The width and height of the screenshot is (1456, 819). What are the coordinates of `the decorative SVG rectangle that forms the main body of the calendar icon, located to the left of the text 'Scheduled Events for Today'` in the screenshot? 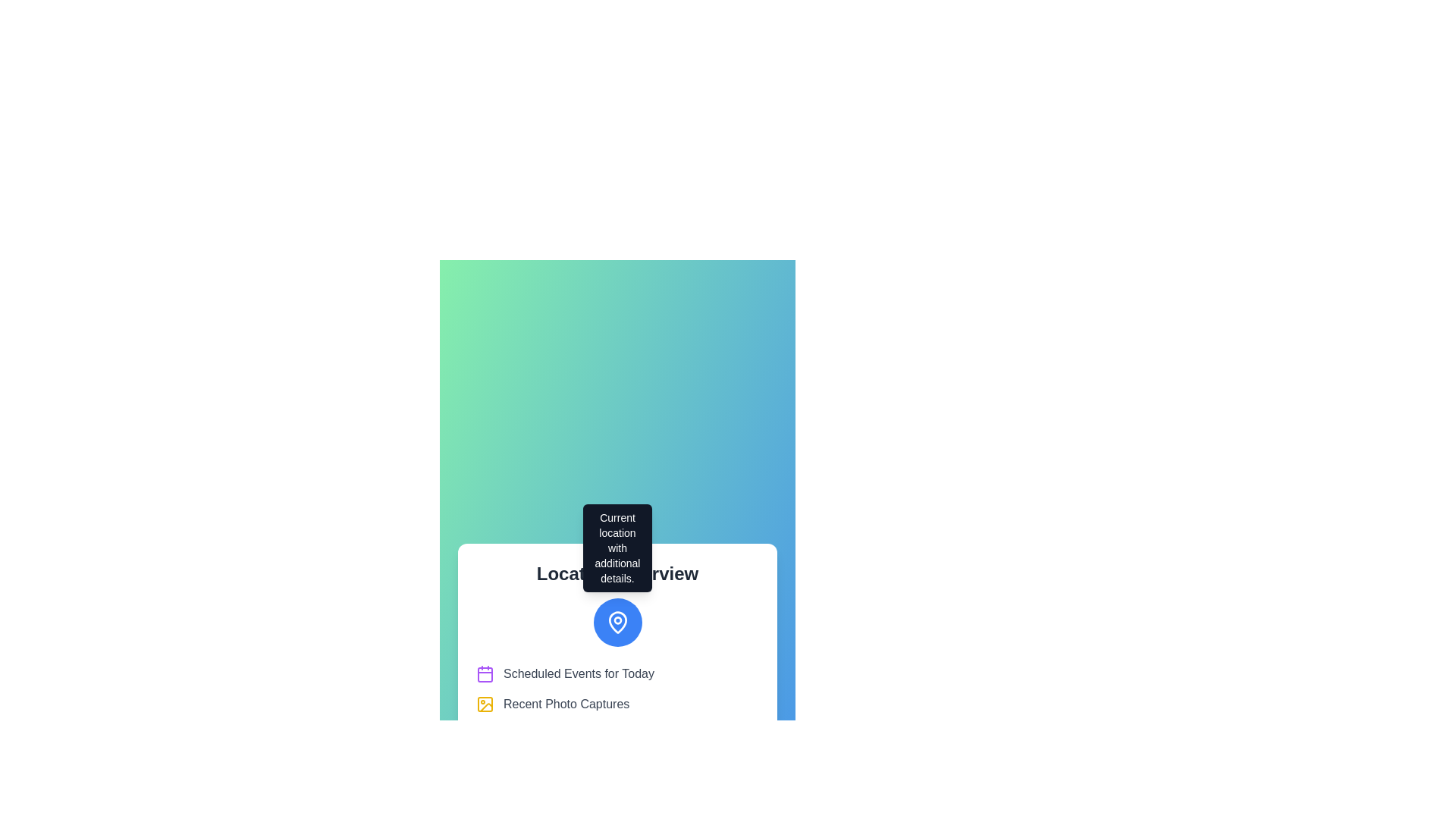 It's located at (484, 674).